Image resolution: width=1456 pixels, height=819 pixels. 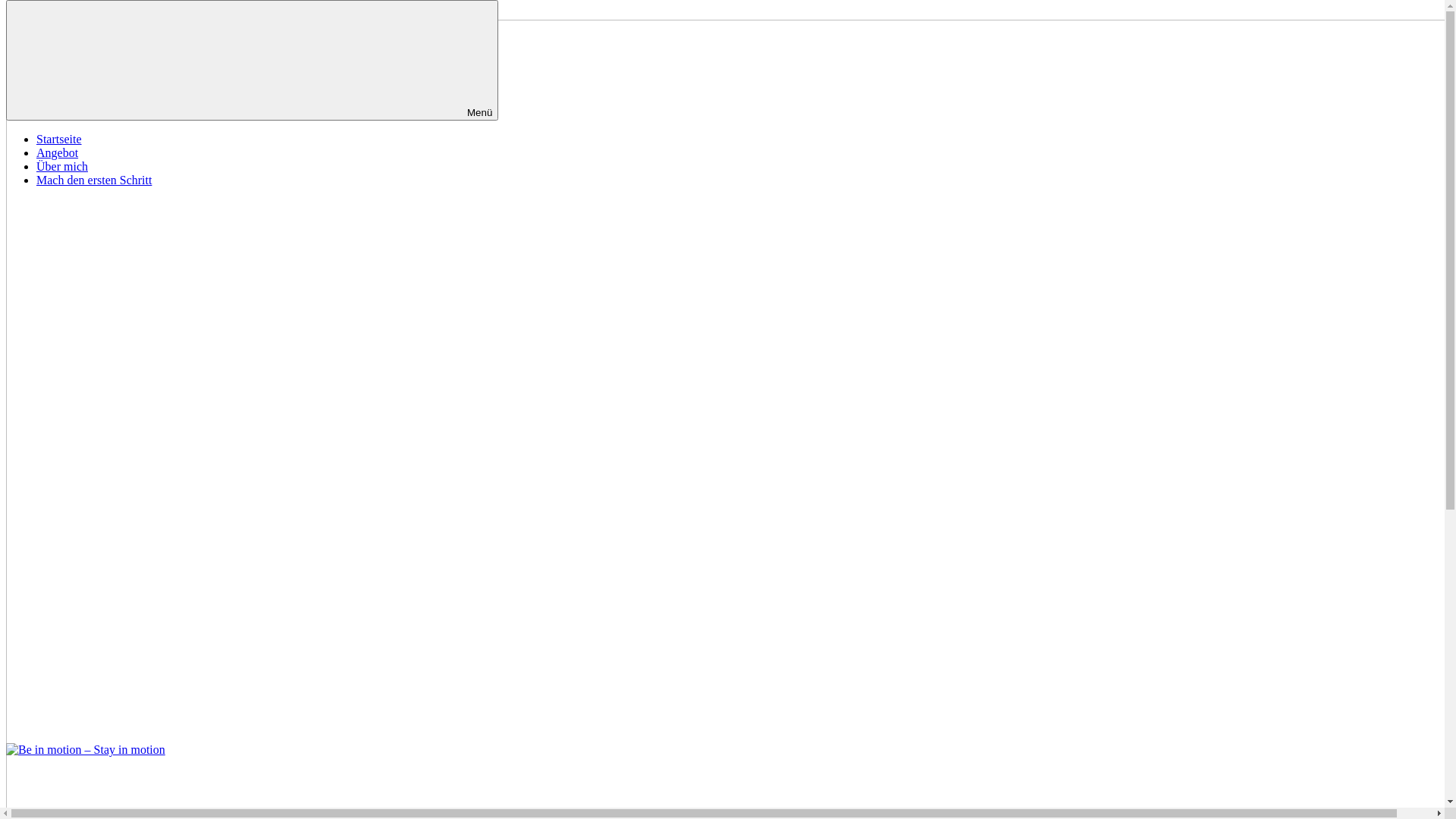 What do you see at coordinates (55, 12) in the screenshot?
I see `'Zum Inhalt springen'` at bounding box center [55, 12].